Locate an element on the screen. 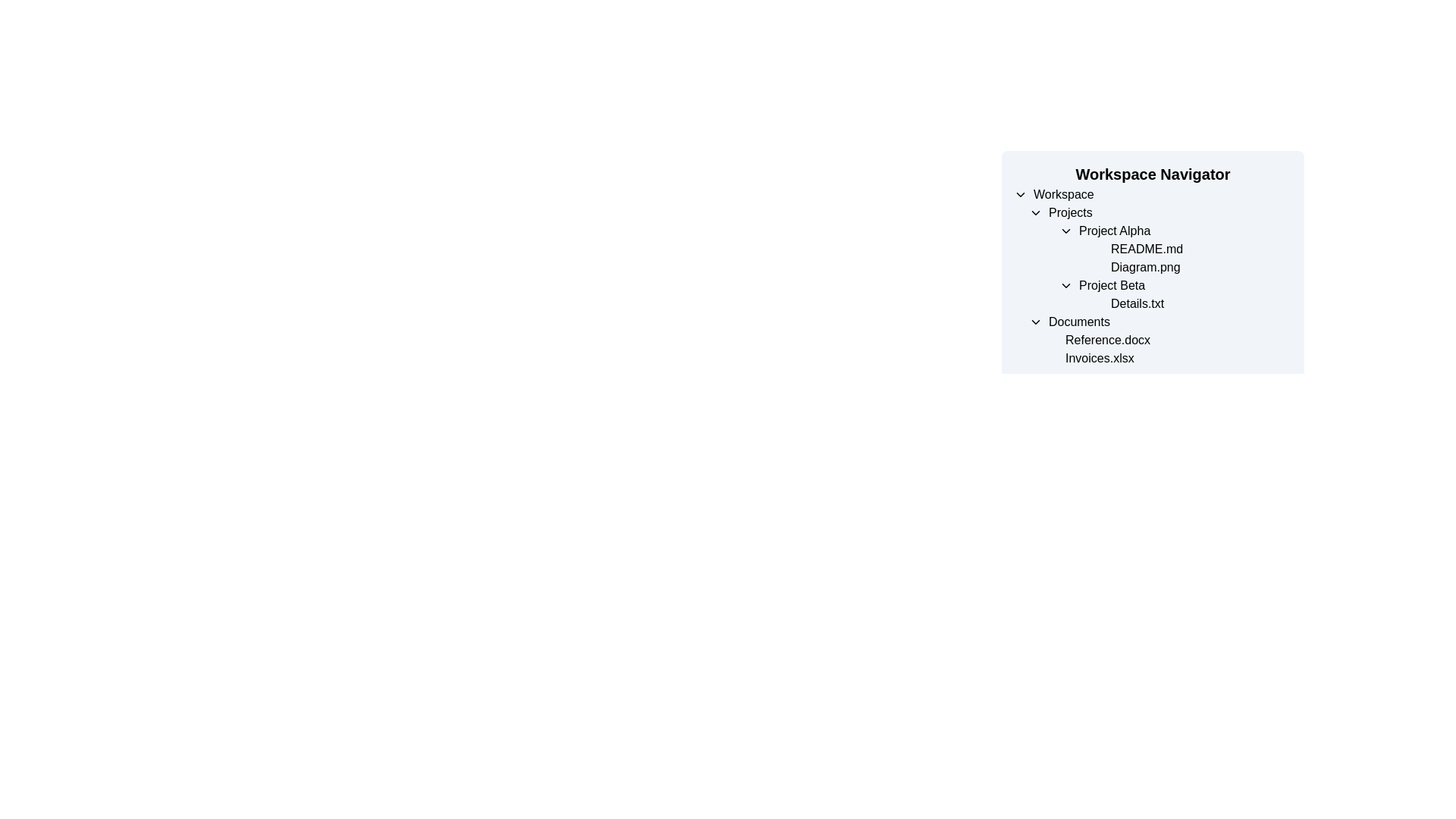 This screenshot has width=1456, height=819. the Dropdown Toggle Indicator (Chevron Icon) located to the left of the 'Workspace' text label is located at coordinates (1020, 194).